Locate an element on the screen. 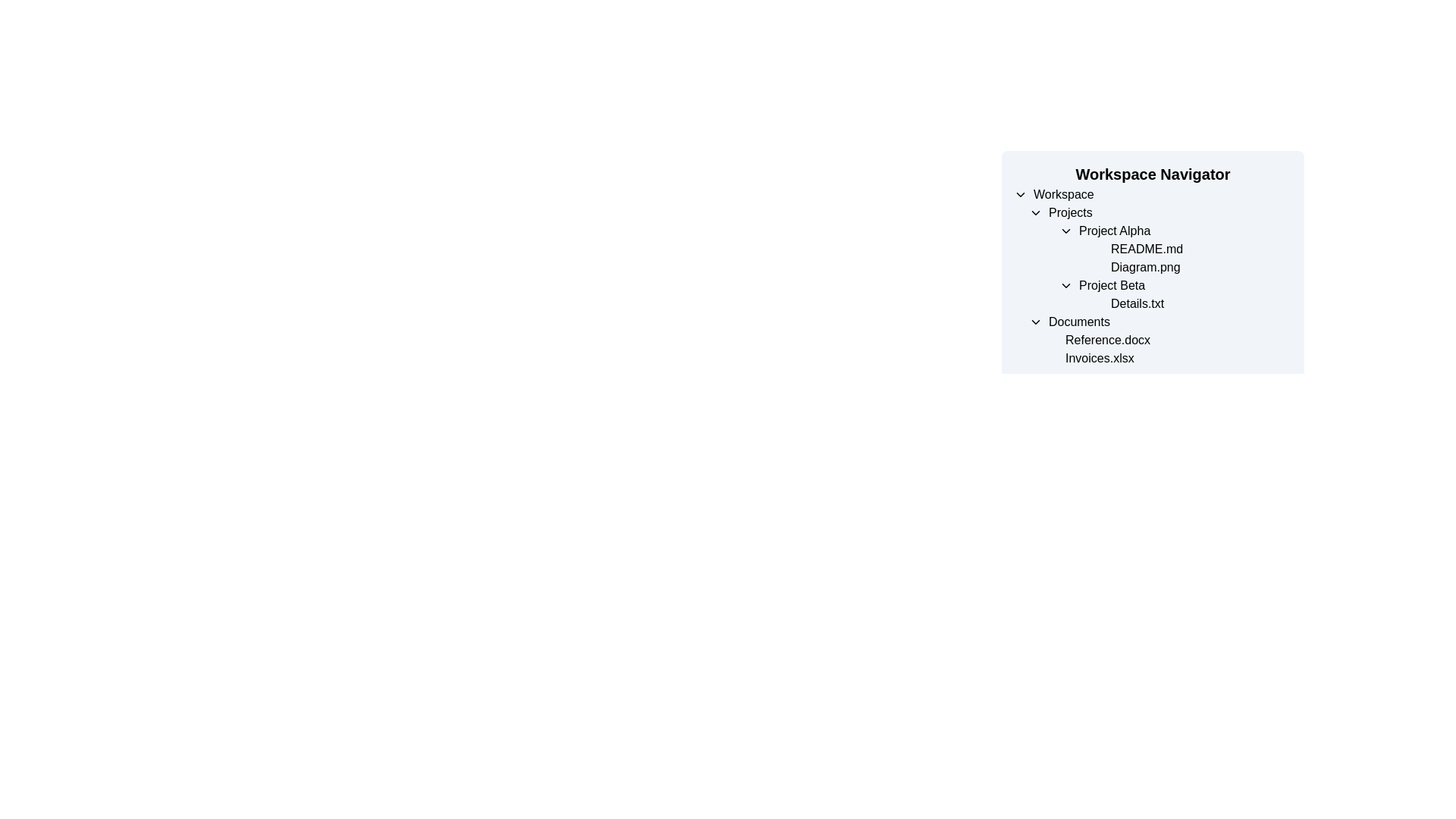 This screenshot has width=1456, height=819. the Dropdown Toggle Indicator (Chevron Icon) located to the left of the 'Workspace' text label is located at coordinates (1020, 194).